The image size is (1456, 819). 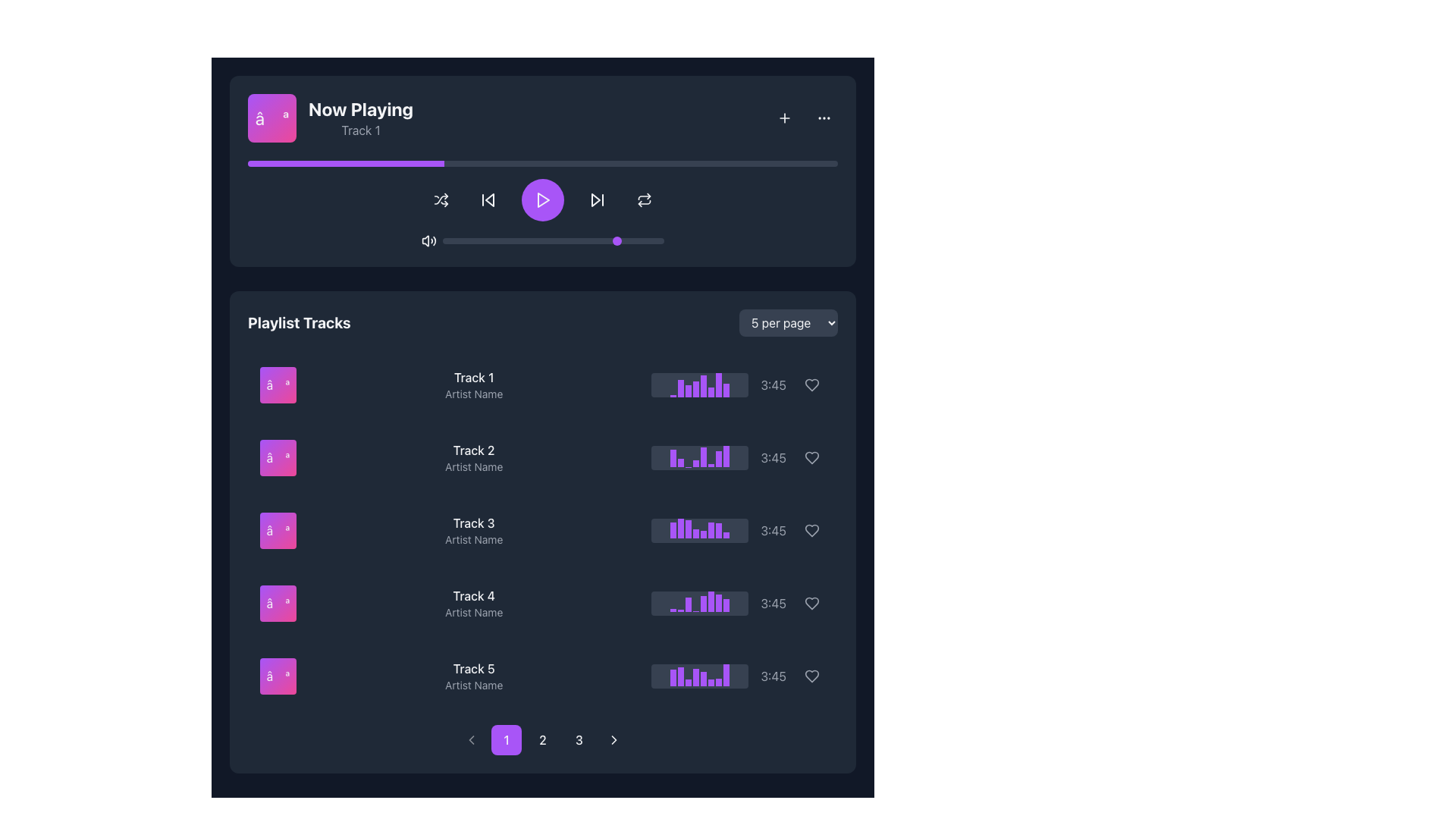 I want to click on the second purple vertical bar in the bar chart located on the right side of the Track 5 row in the playlist section, so click(x=680, y=676).